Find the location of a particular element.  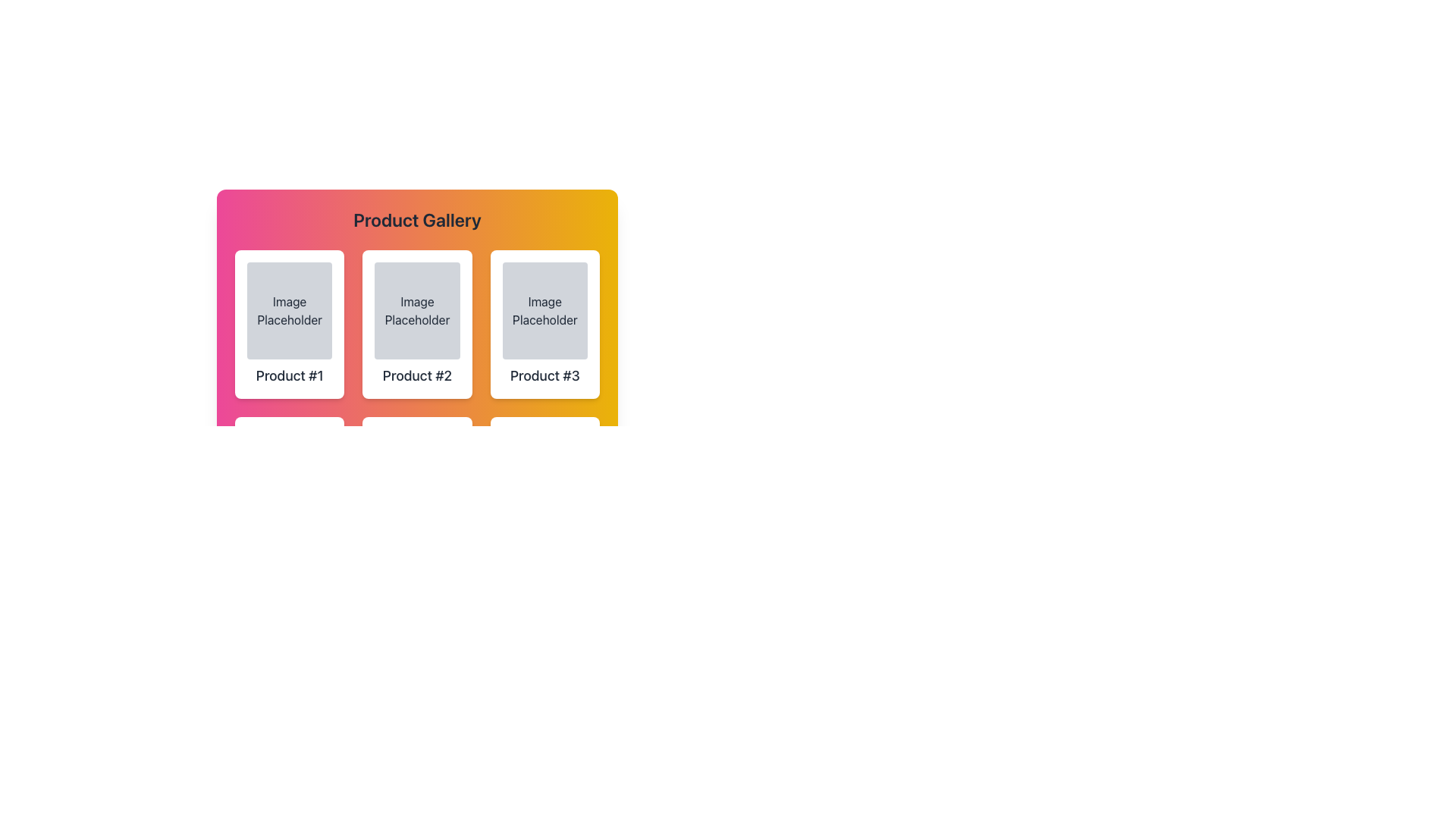

a product card in the grid layout of the 'Product Gallery' section is located at coordinates (417, 406).